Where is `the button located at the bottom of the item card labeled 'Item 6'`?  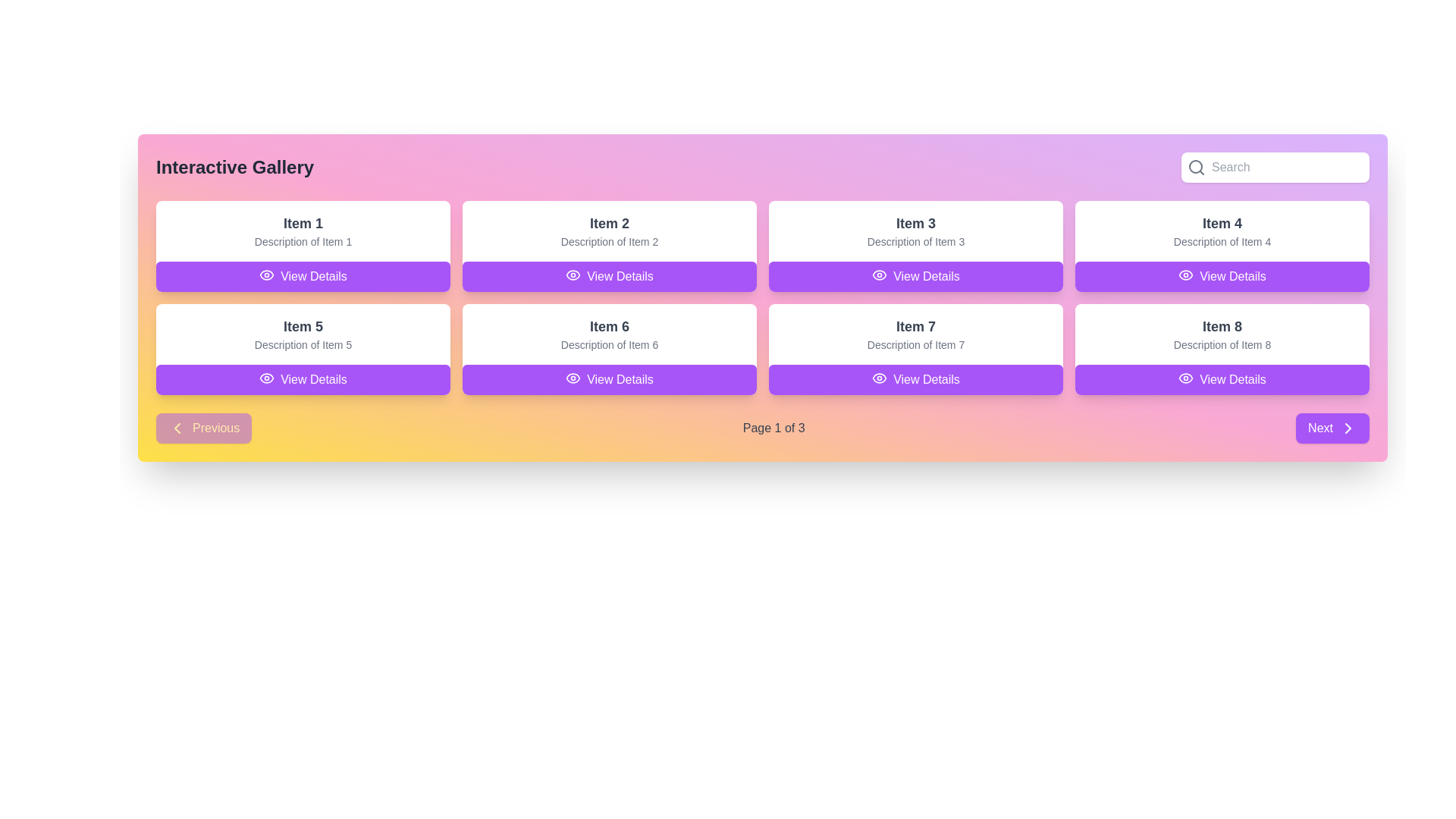
the button located at the bottom of the item card labeled 'Item 6' is located at coordinates (610, 379).